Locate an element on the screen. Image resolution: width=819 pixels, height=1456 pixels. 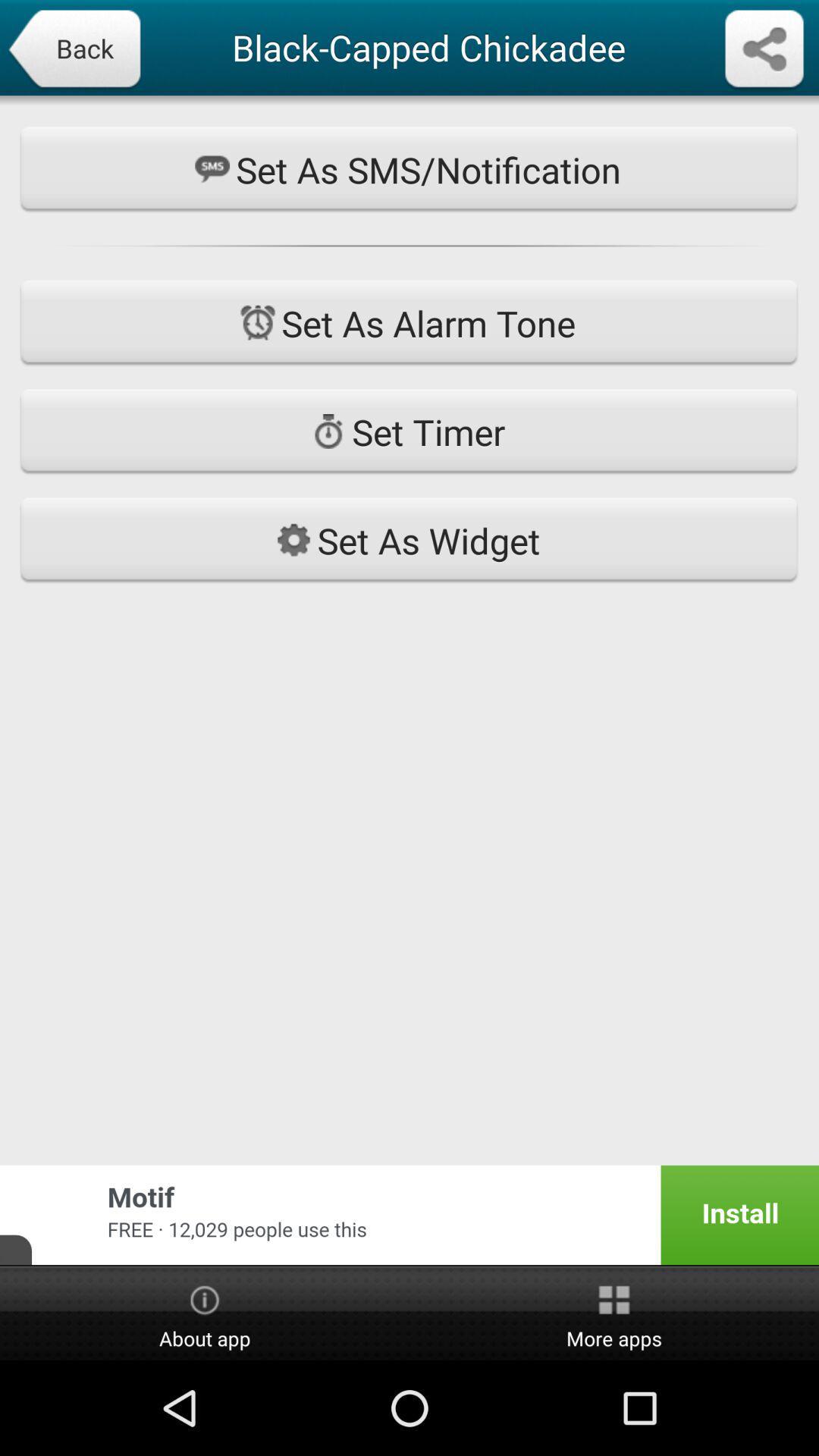
the item to the left of more apps icon is located at coordinates (205, 1313).